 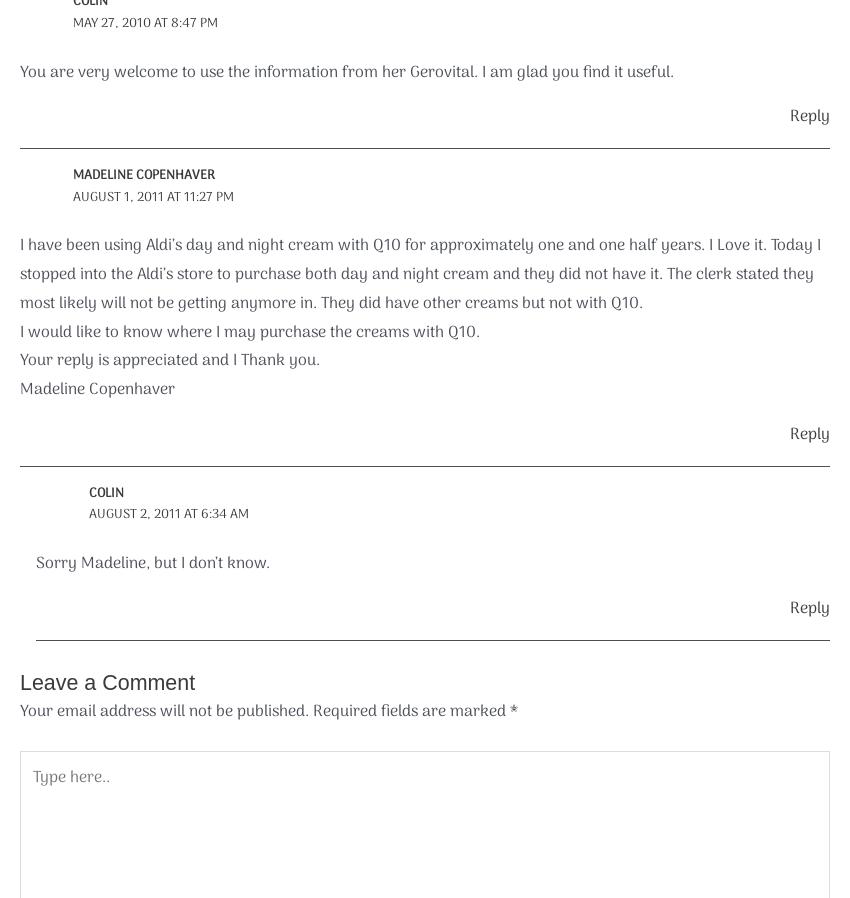 What do you see at coordinates (345, 71) in the screenshot?
I see `'You are very welcome to use the information from her Gerovital.  I am glad you find it useful.'` at bounding box center [345, 71].